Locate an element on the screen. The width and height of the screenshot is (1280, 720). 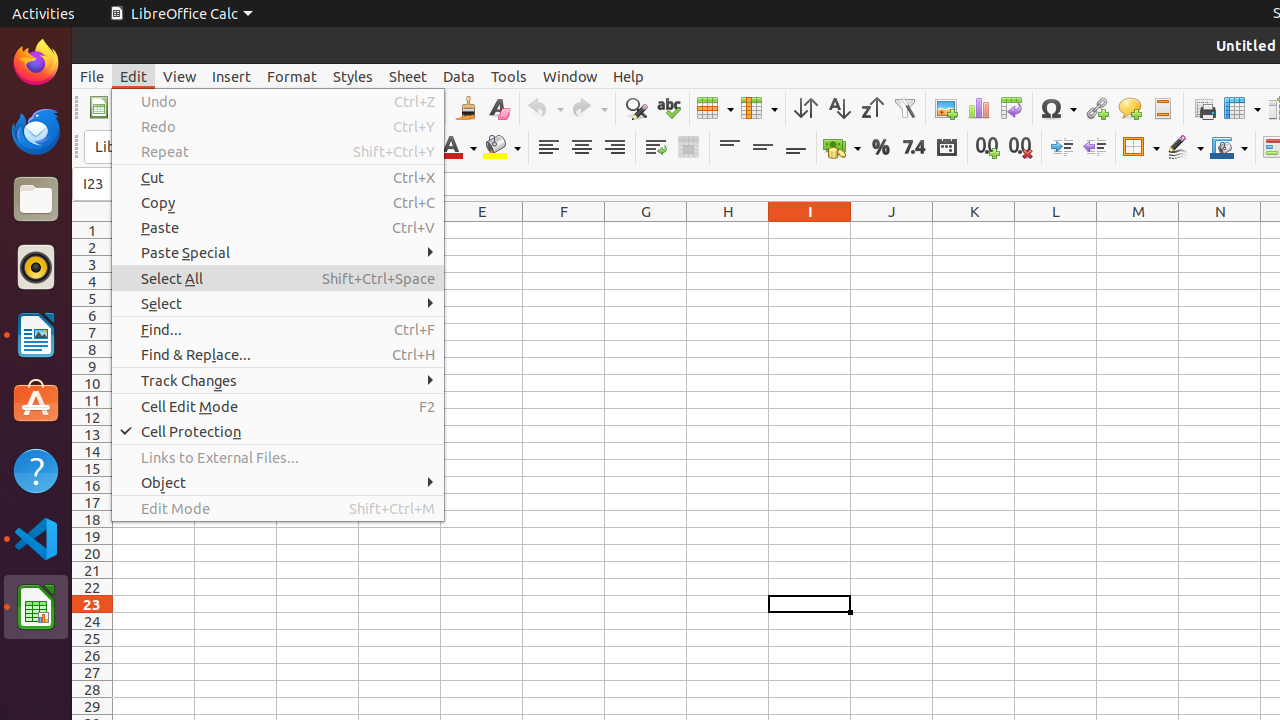
'Redo' is located at coordinates (277, 126).